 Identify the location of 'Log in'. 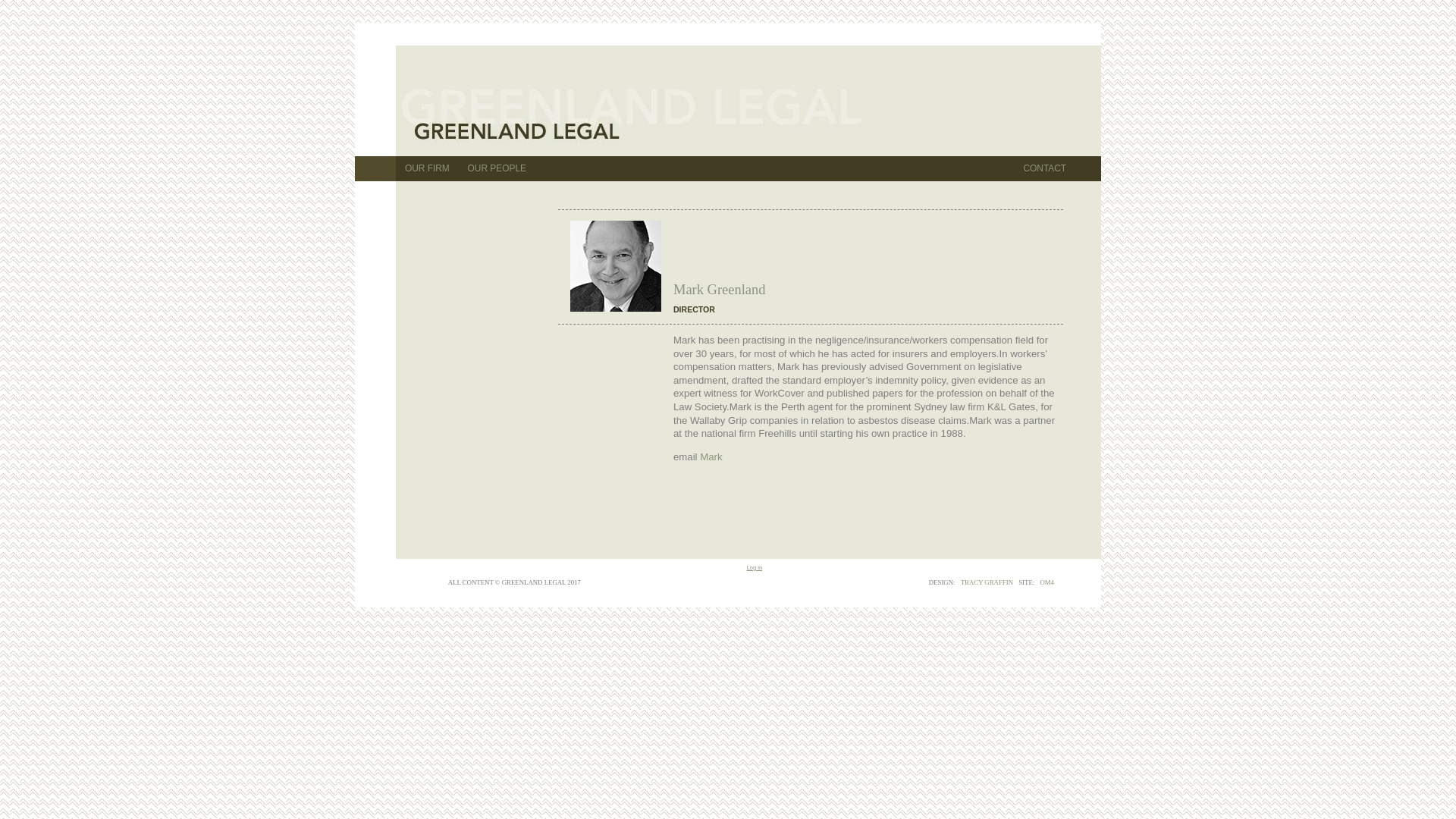
(754, 567).